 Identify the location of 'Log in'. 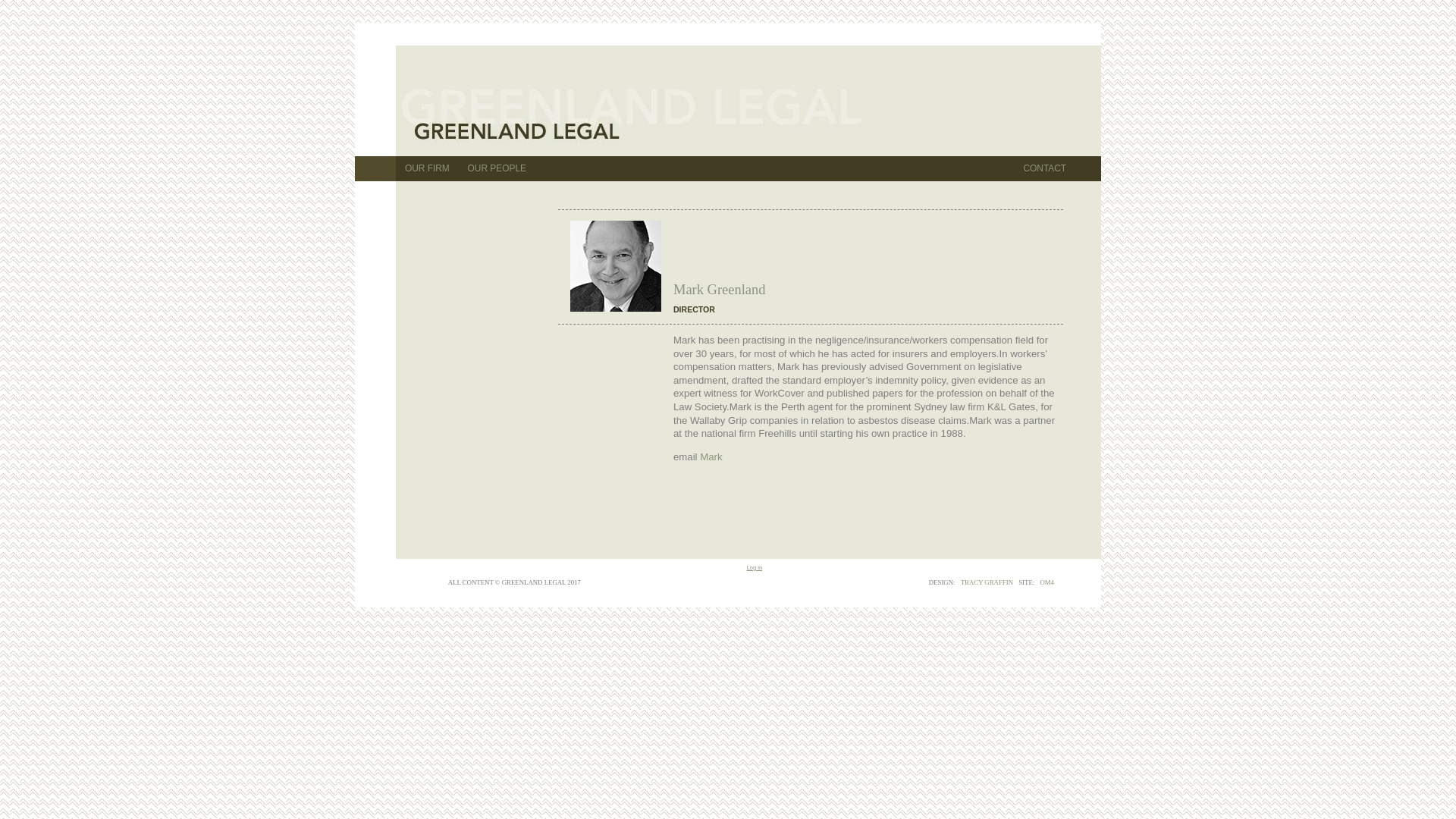
(754, 567).